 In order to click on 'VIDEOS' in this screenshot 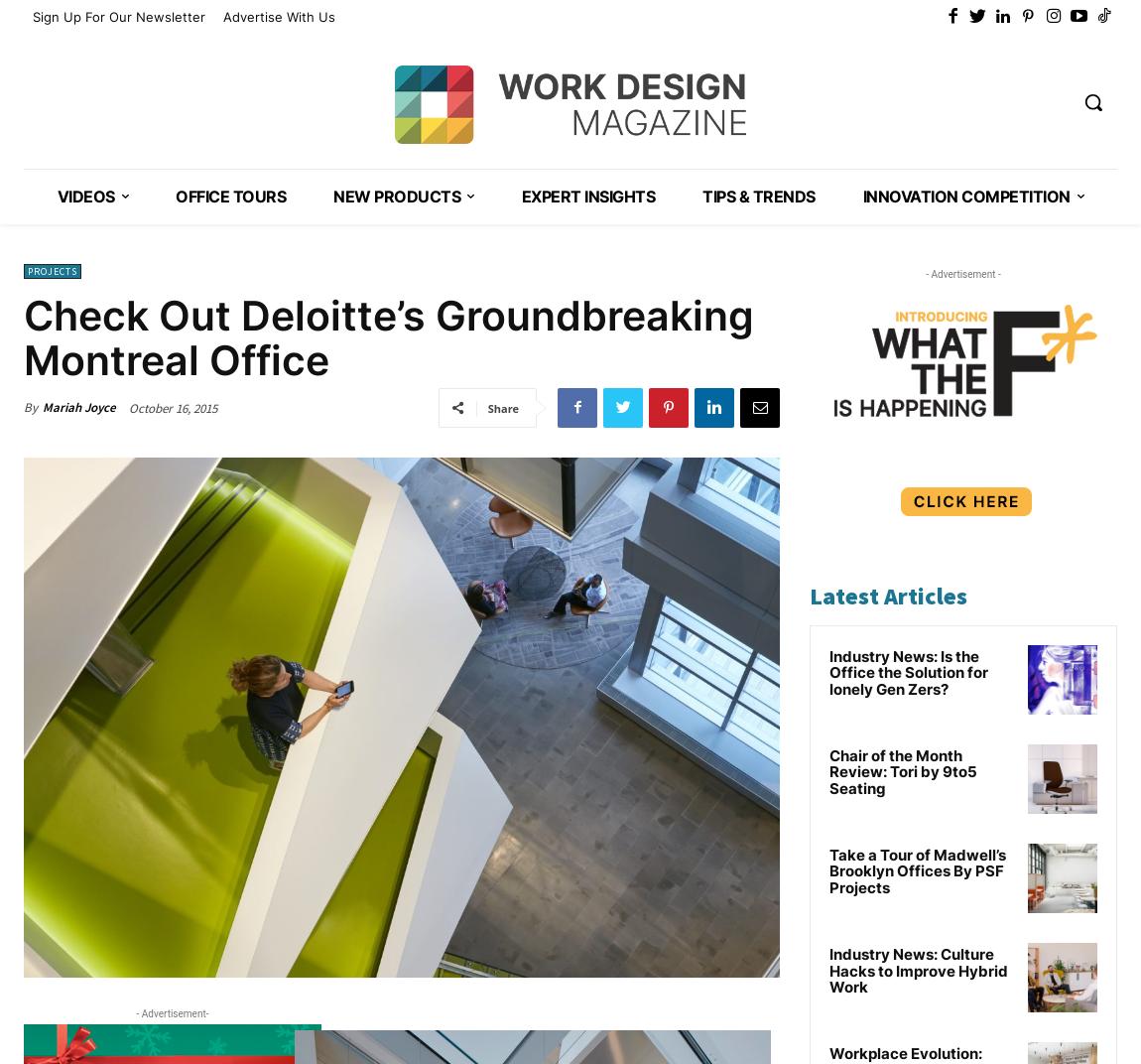, I will do `click(84, 195)`.